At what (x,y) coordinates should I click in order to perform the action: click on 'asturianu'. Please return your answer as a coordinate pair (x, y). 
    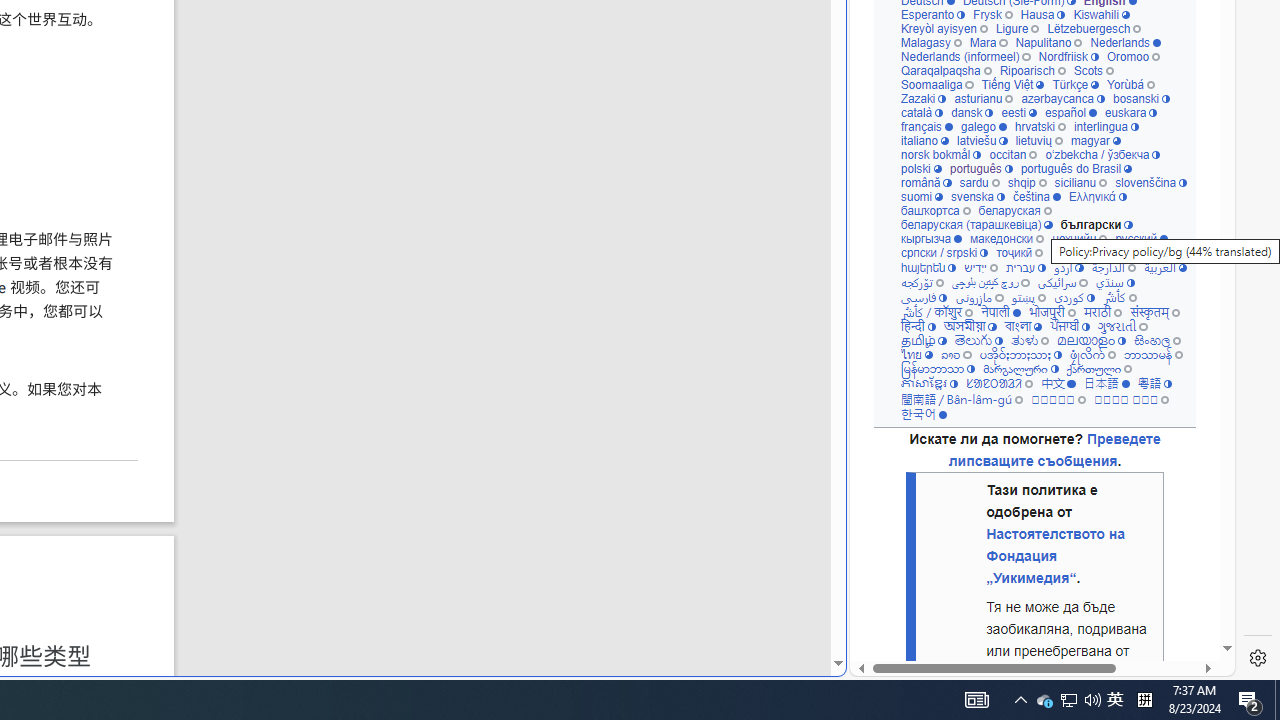
    Looking at the image, I should click on (983, 98).